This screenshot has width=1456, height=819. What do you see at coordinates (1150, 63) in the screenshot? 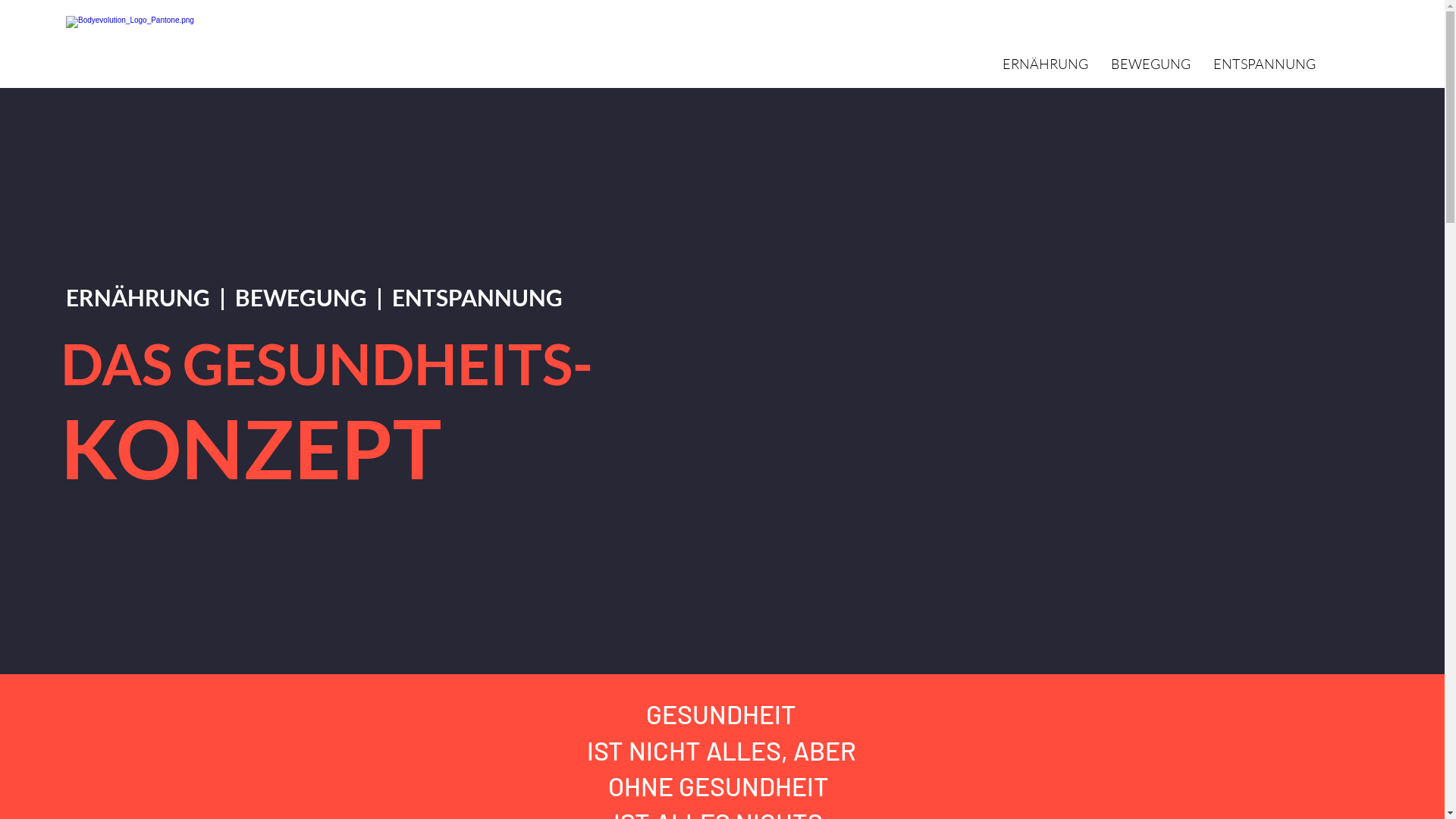
I see `'BEWEGUNG'` at bounding box center [1150, 63].